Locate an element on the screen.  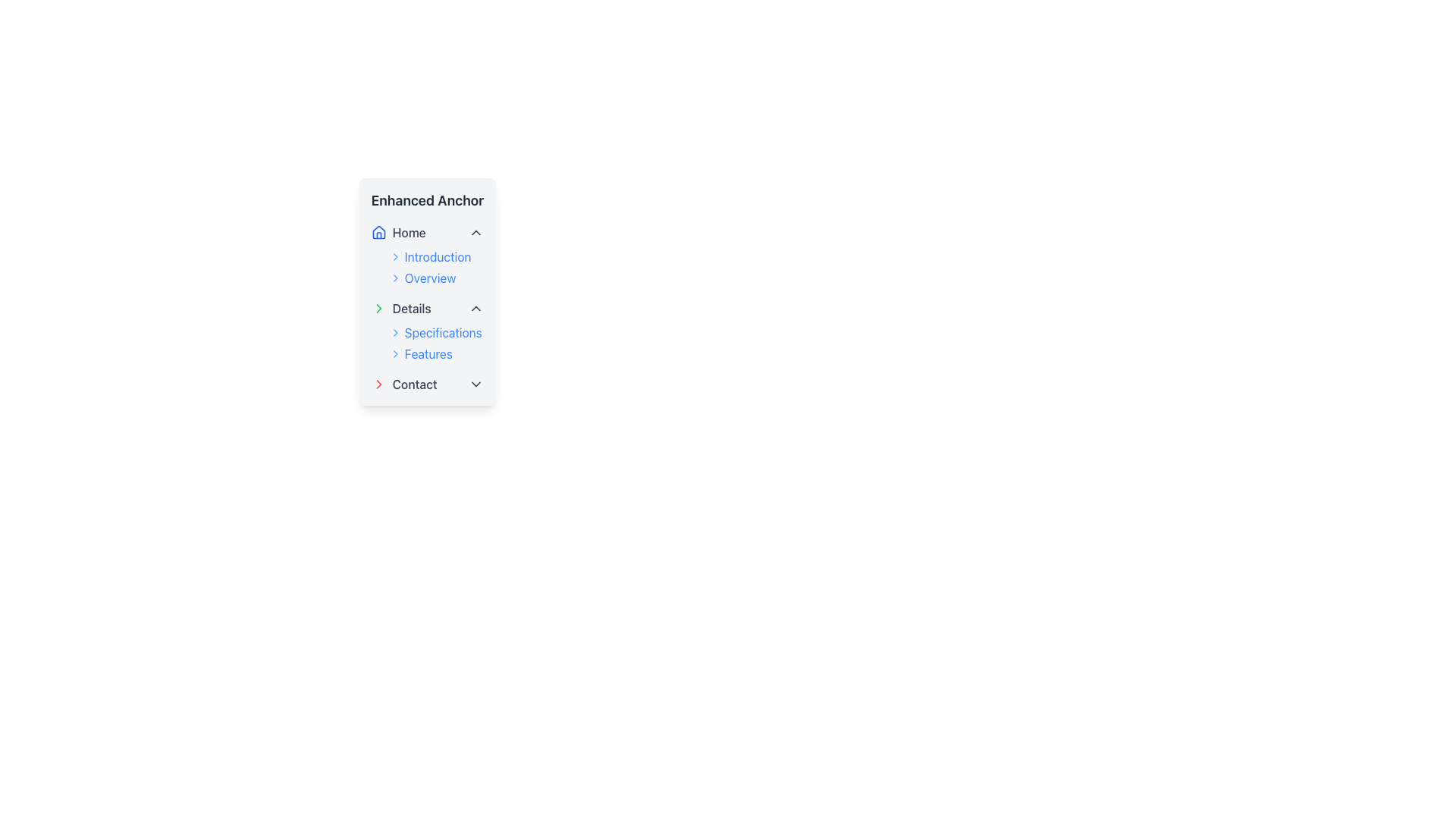
the rightward arrow icon associated with the 'Contact' menu item is located at coordinates (378, 383).